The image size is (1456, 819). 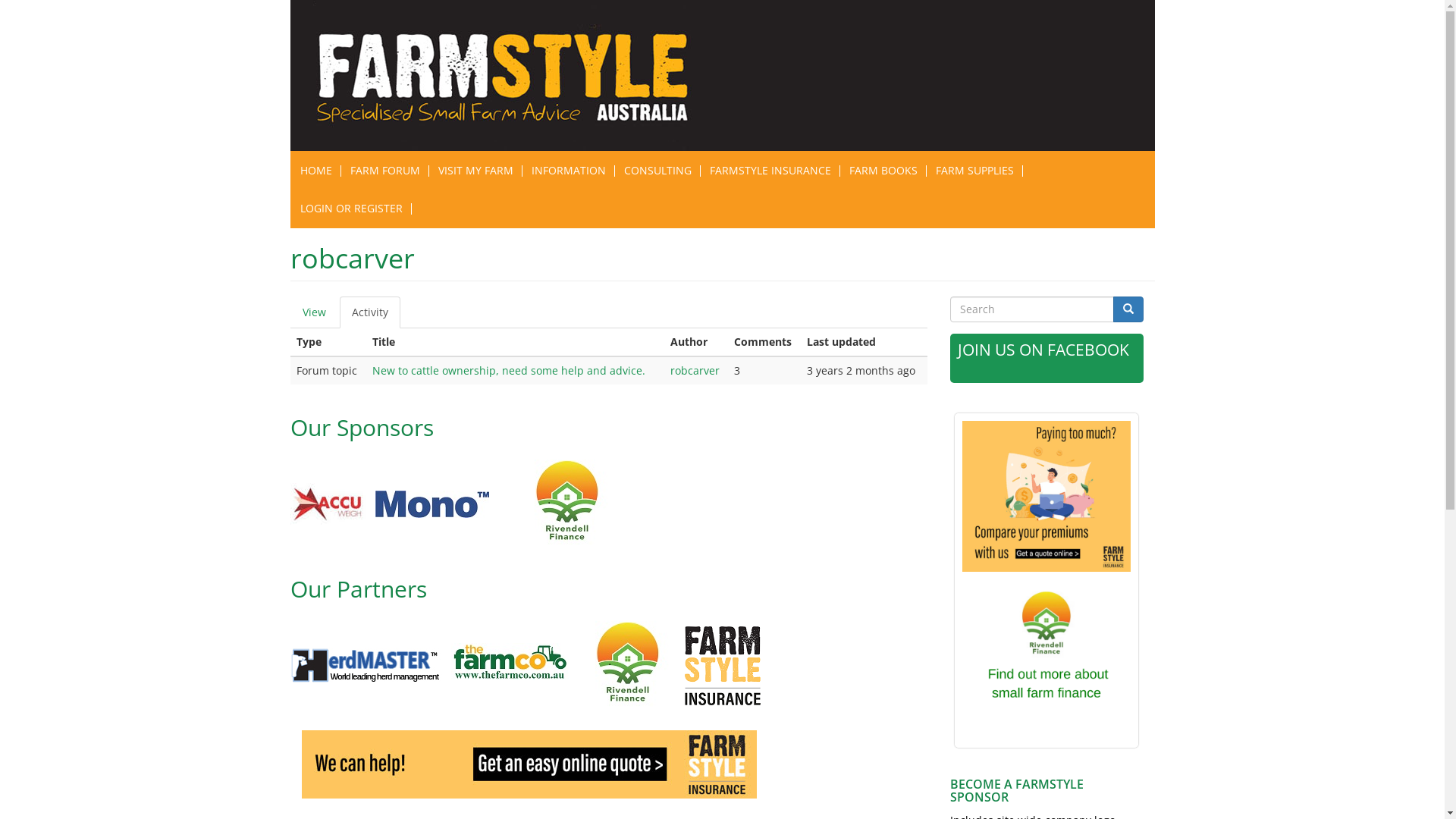 I want to click on 'Activity, so click(x=370, y=312).